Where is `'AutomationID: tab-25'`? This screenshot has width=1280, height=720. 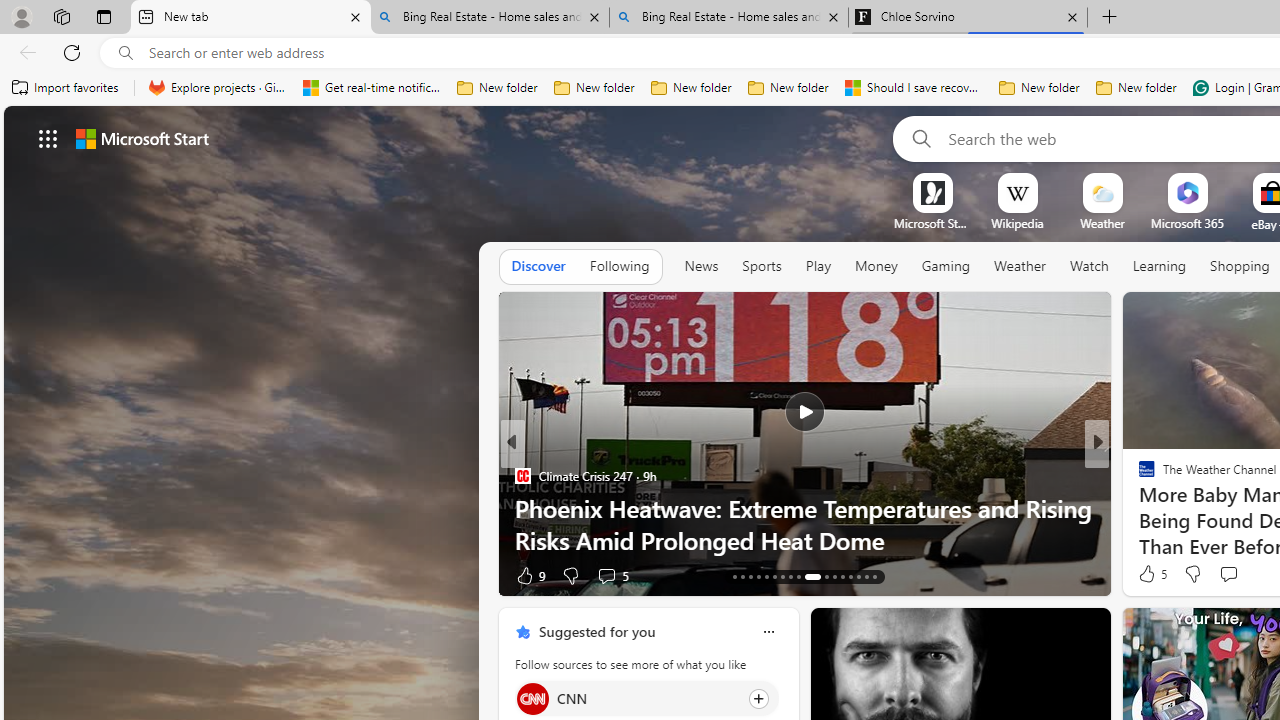
'AutomationID: tab-25' is located at coordinates (842, 577).